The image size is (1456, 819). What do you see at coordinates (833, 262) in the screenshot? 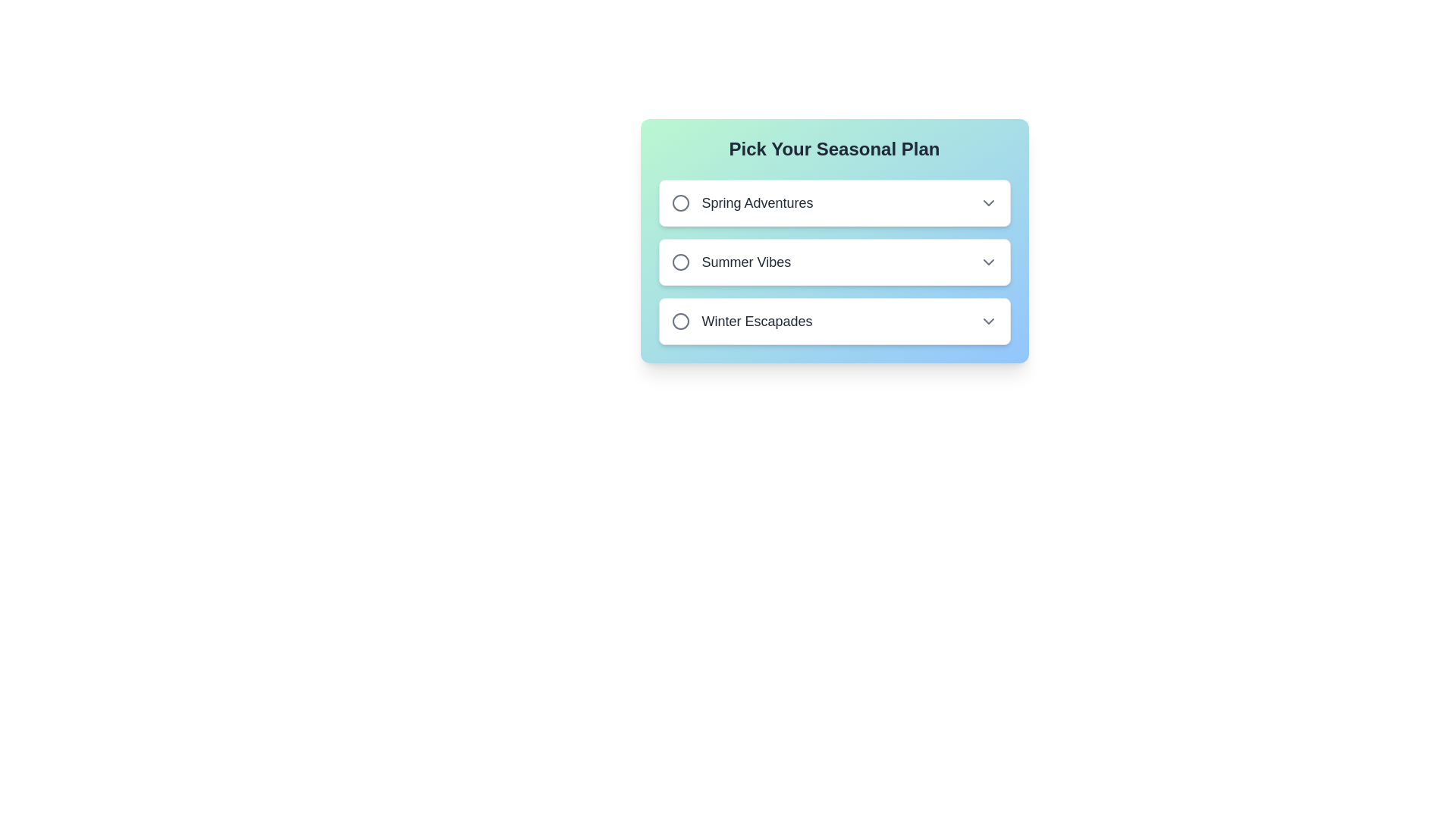
I see `the middle item in the 'Pick Your Seasonal Plan' dropdown menu option card` at bounding box center [833, 262].